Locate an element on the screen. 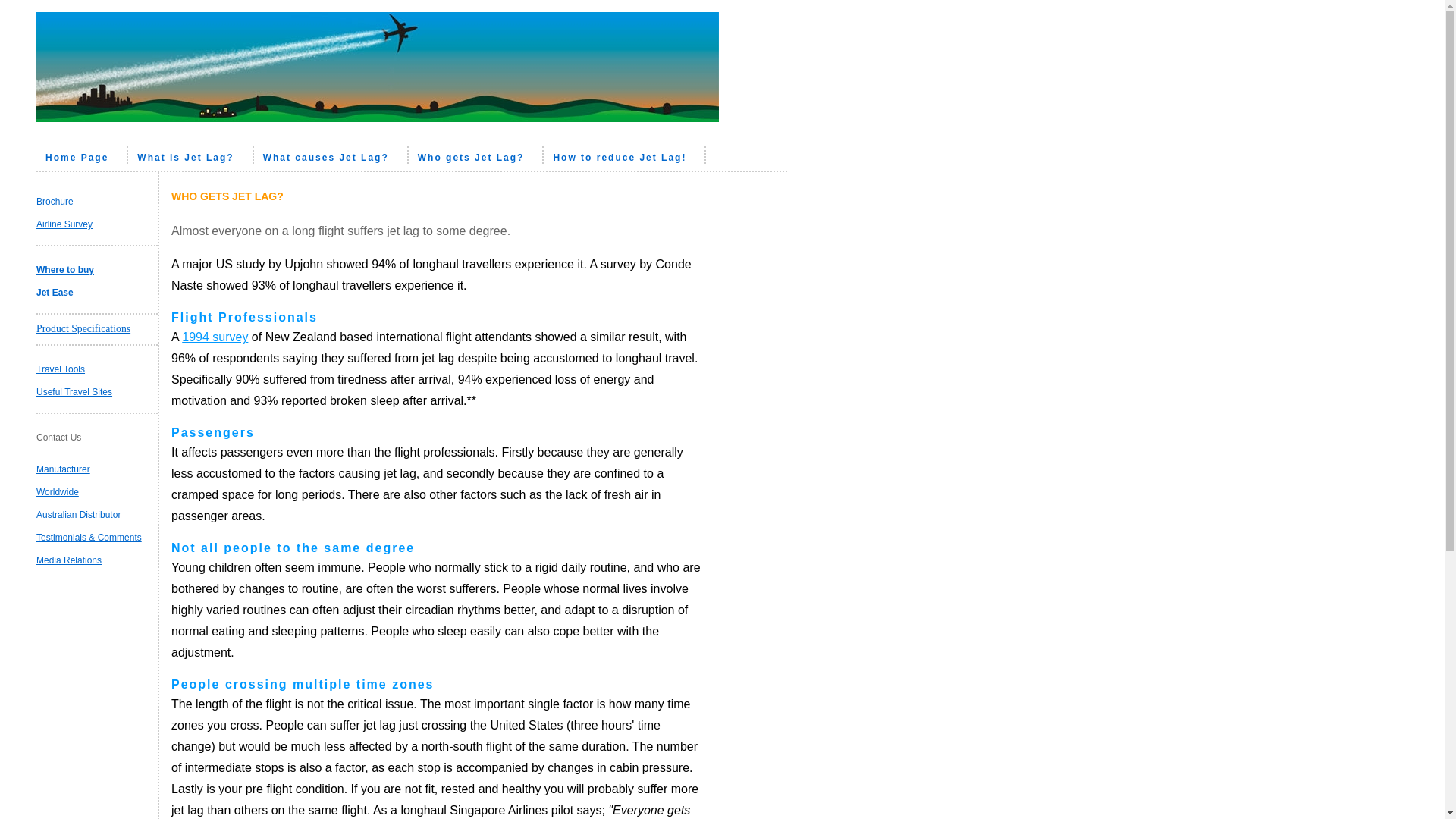  'What causes Jet Lag?' is located at coordinates (330, 155).